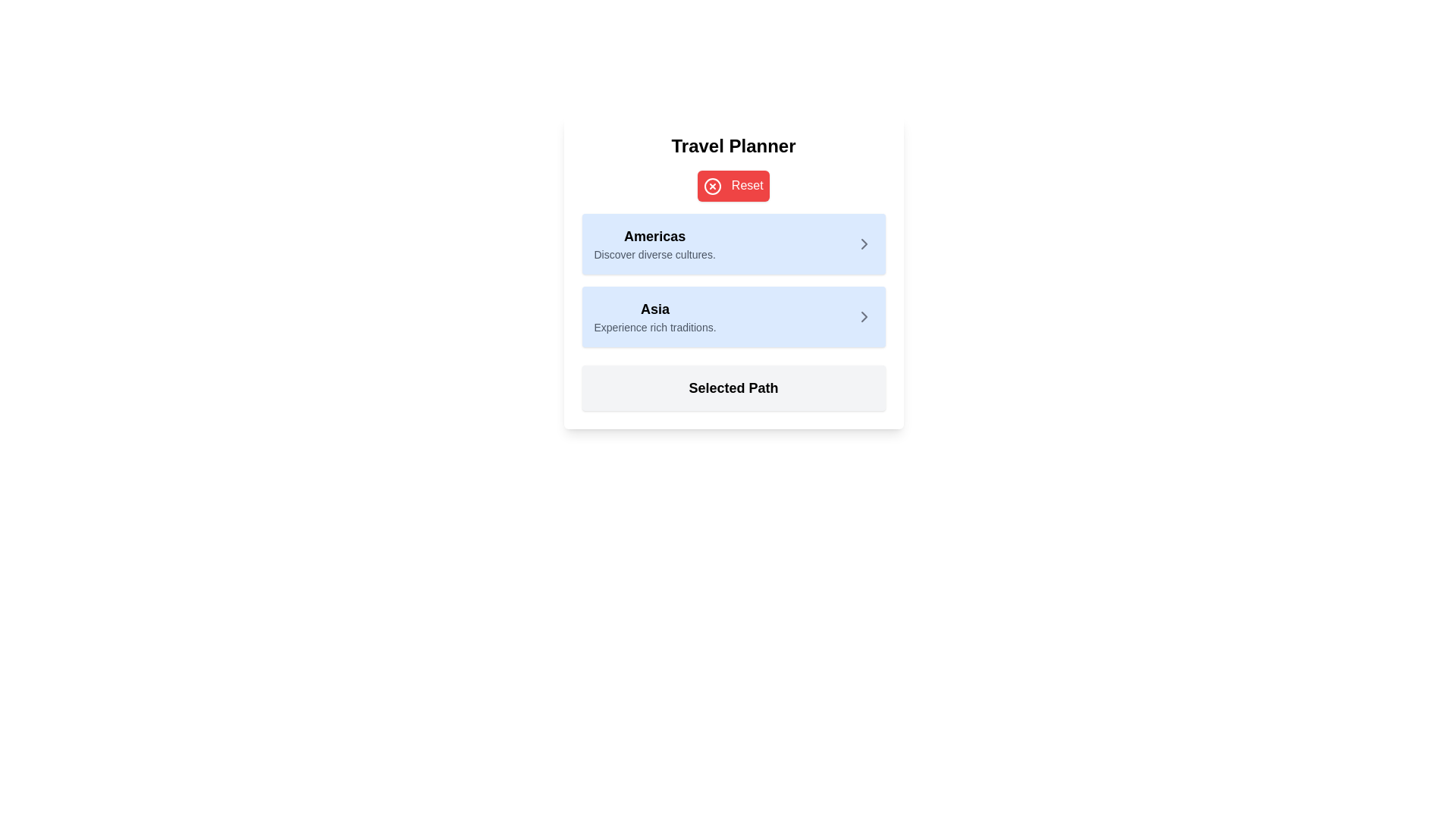 The image size is (1456, 819). I want to click on the chevron icon located at the far right end of the second menu item labeled 'Asia\nExperience rich traditions.' within the light blue card, so click(864, 315).